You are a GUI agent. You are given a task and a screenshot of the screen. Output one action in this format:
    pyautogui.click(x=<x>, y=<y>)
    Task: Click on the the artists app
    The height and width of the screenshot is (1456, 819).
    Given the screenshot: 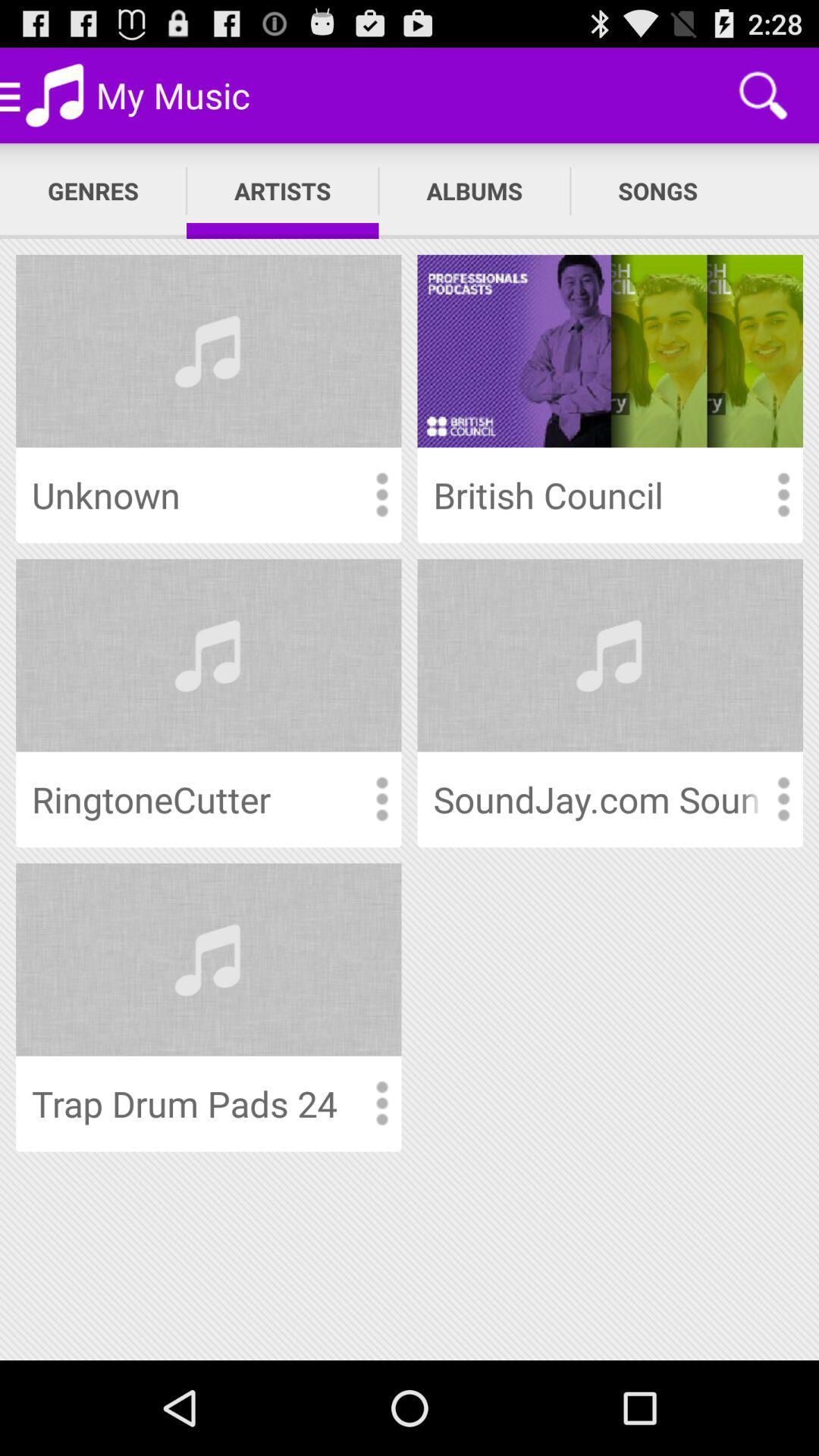 What is the action you would take?
    pyautogui.click(x=282, y=190)
    